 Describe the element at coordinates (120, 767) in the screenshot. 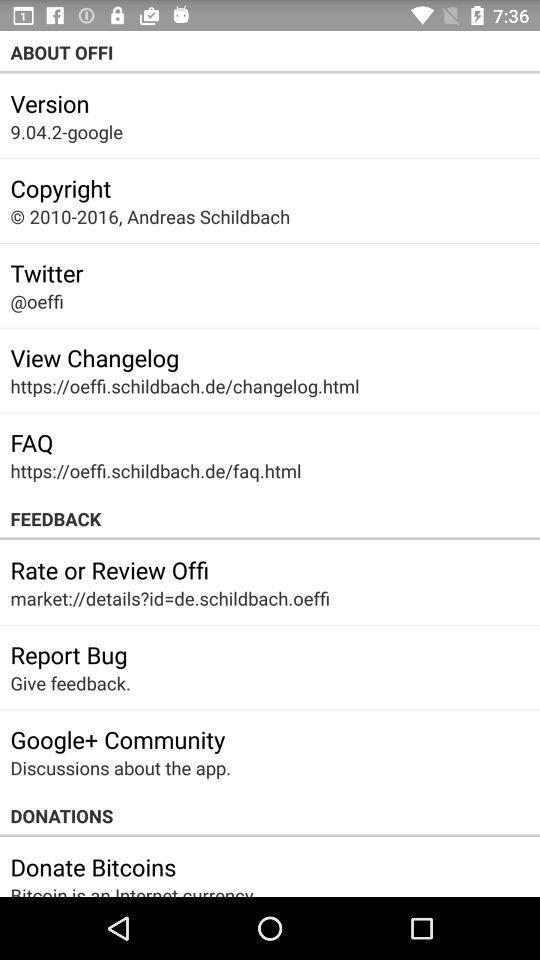

I see `item above the donations` at that location.